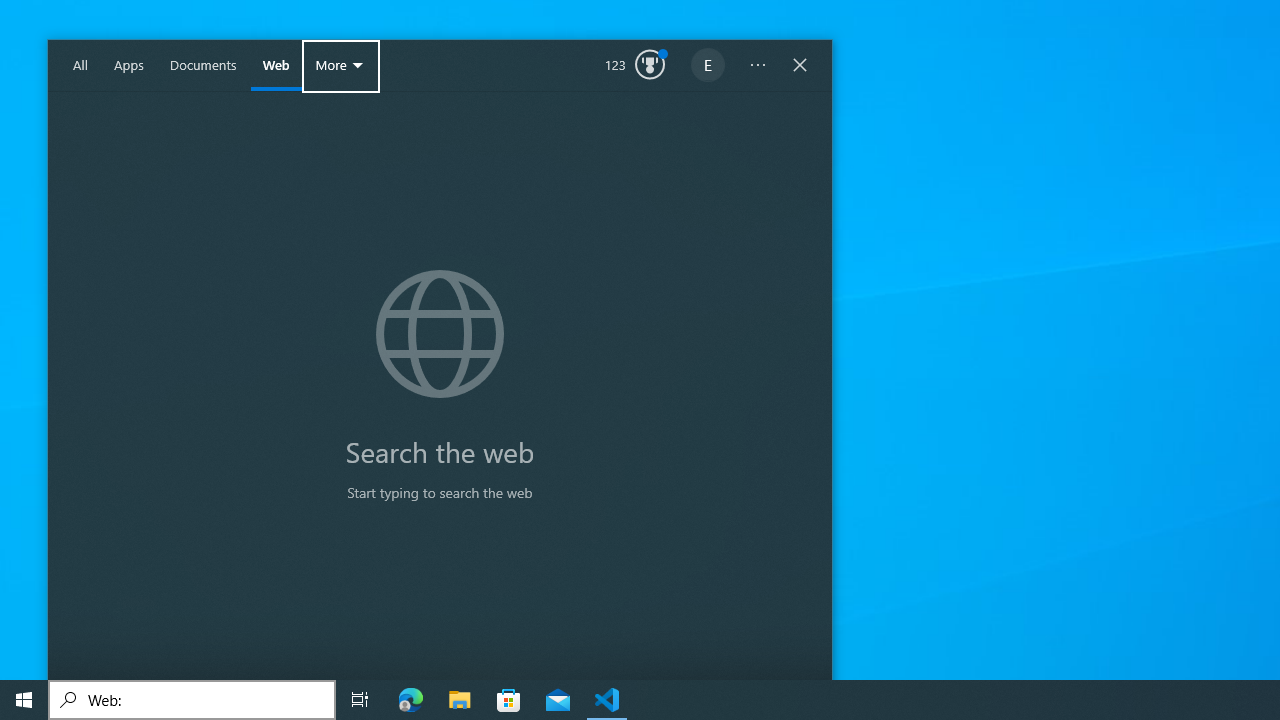  What do you see at coordinates (341, 65) in the screenshot?
I see `'More'` at bounding box center [341, 65].